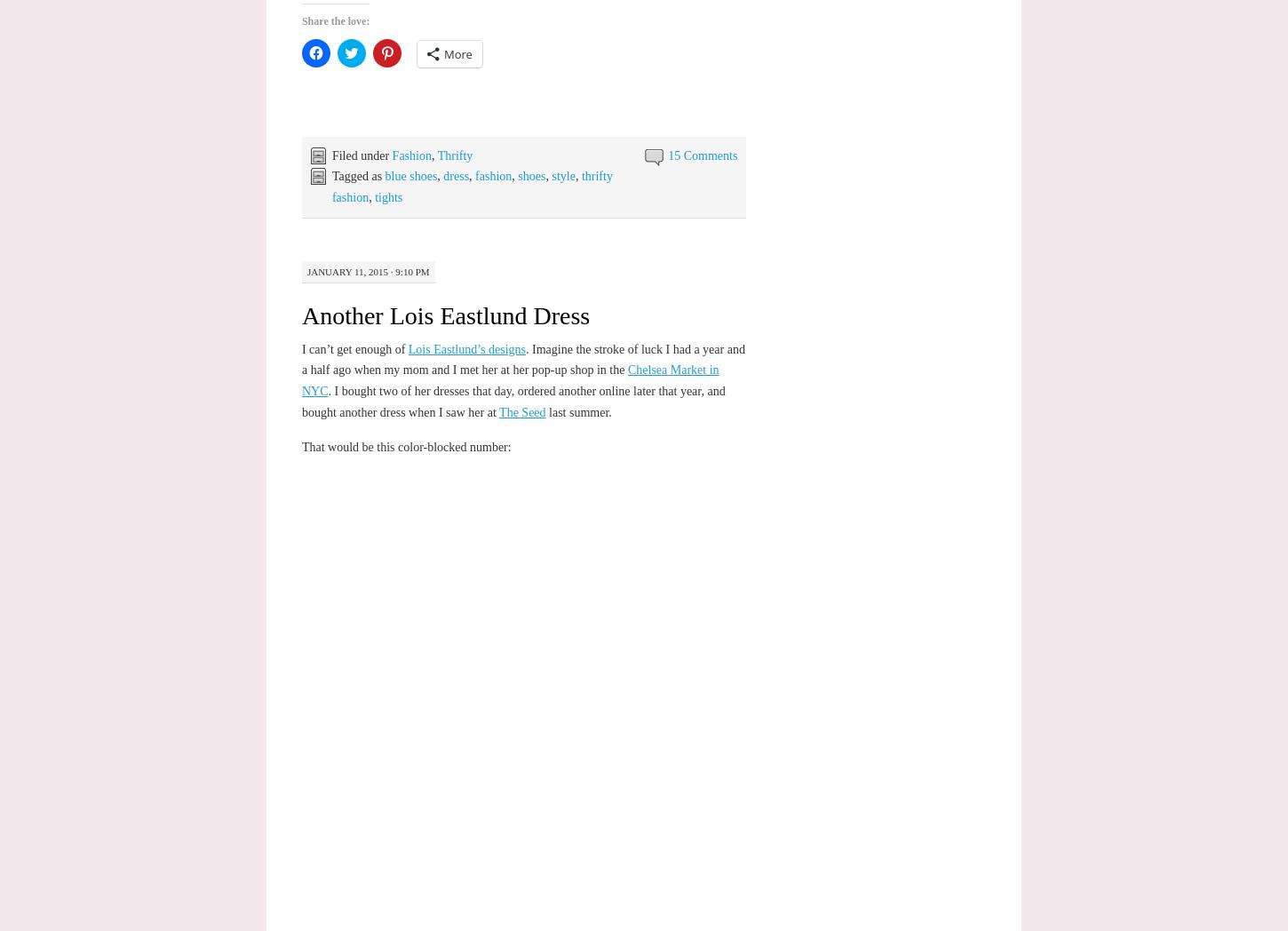 The image size is (1288, 931). What do you see at coordinates (330, 155) in the screenshot?
I see `'Filed under'` at bounding box center [330, 155].